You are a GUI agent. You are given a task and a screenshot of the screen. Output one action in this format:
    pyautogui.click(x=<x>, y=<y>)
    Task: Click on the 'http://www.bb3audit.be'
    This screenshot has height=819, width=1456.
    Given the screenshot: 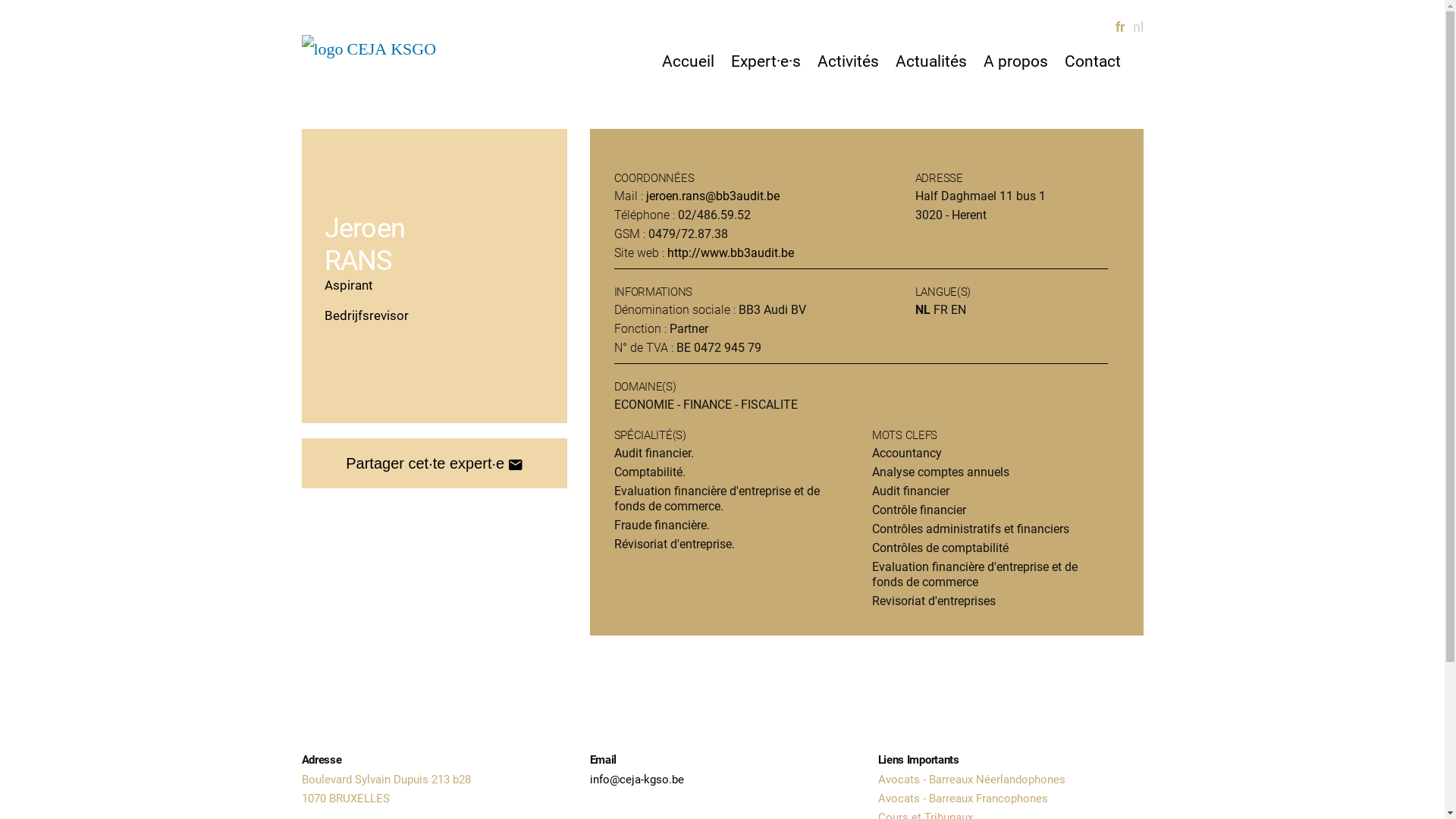 What is the action you would take?
    pyautogui.click(x=730, y=252)
    